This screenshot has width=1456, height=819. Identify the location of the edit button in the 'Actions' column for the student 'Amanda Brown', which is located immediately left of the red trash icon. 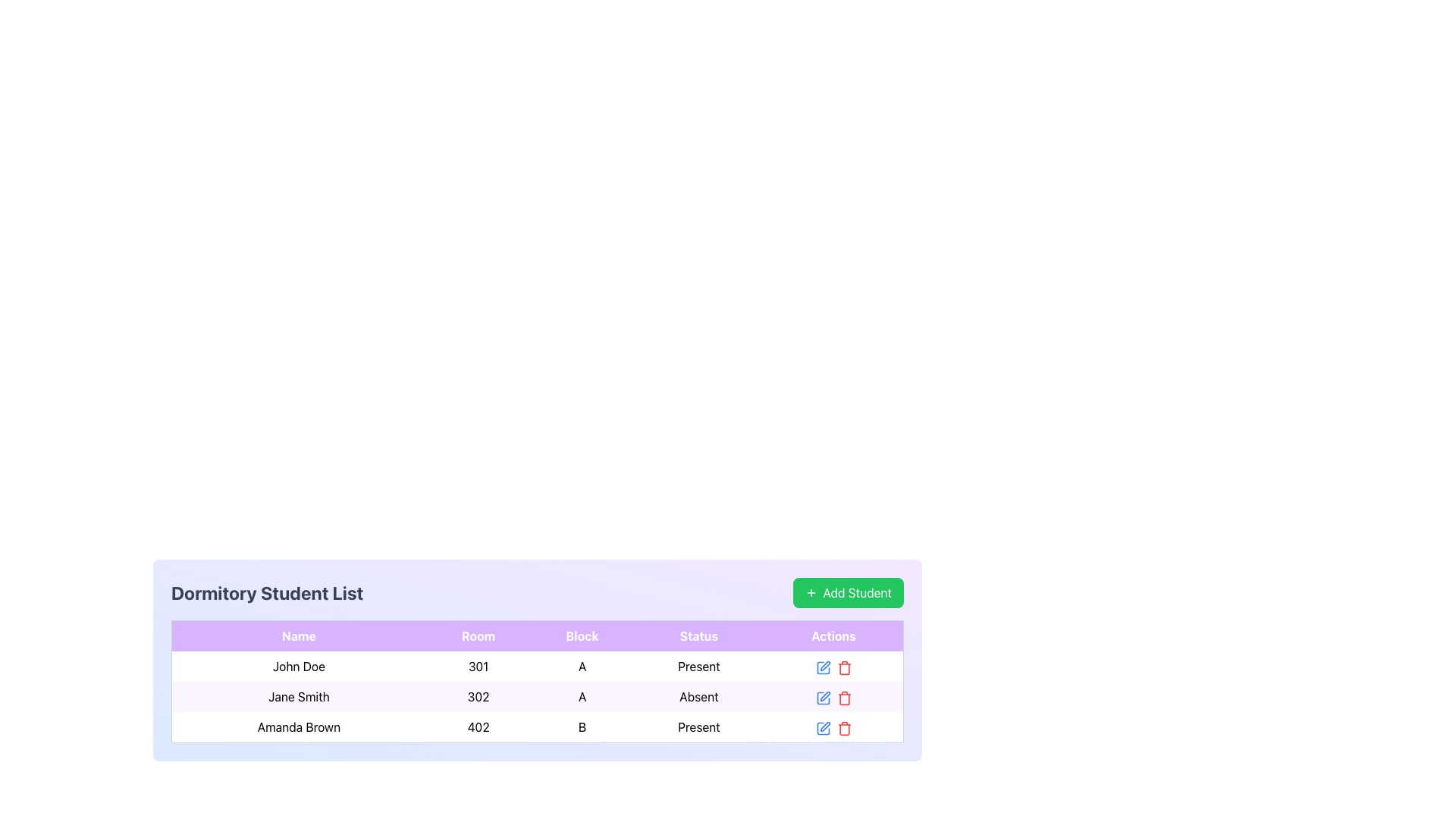
(822, 726).